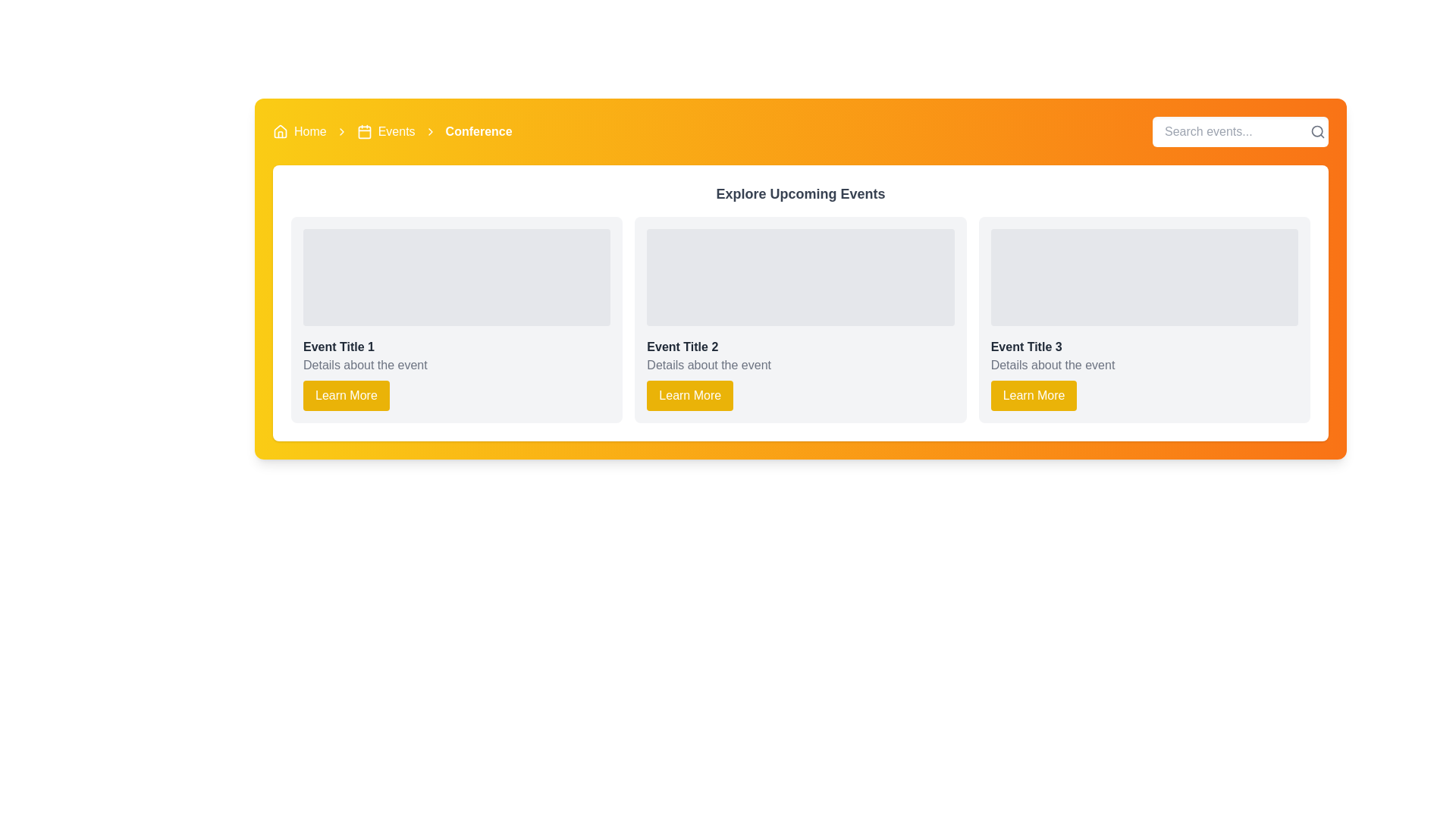  I want to click on the text label displaying 'Event Title 3', which is positioned above the description text and below the header 'Explore Upcoming Events' in the rightmost card layout, so click(1026, 347).